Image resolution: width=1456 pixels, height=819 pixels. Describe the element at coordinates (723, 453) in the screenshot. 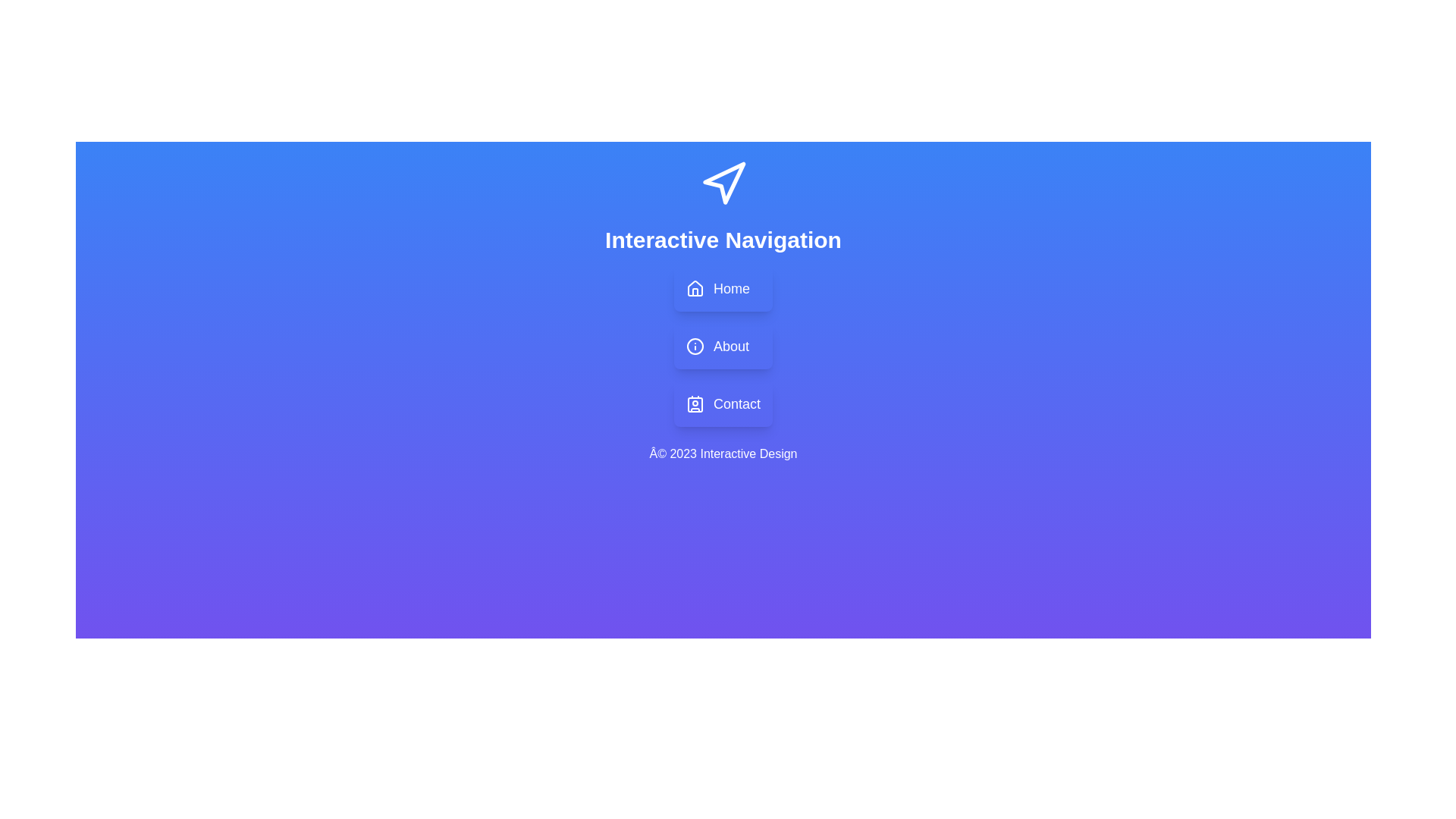

I see `the copyright notice text label located at the bottom-center of the interface, below the buttons labeled 'Home', 'About', and 'Contact'` at that location.